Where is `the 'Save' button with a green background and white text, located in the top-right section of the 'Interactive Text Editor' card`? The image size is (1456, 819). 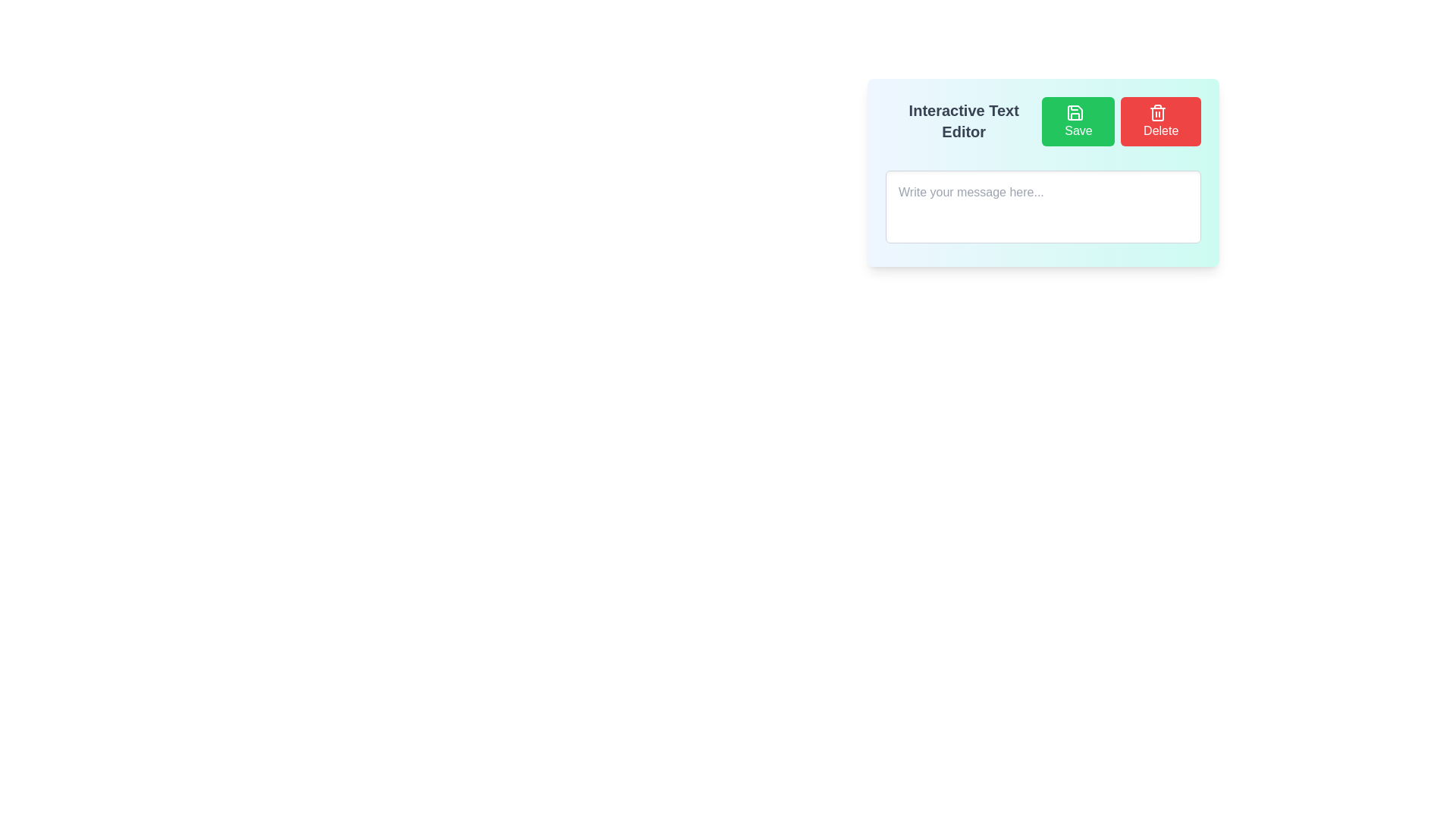
the 'Save' button with a green background and white text, located in the top-right section of the 'Interactive Text Editor' card is located at coordinates (1078, 121).